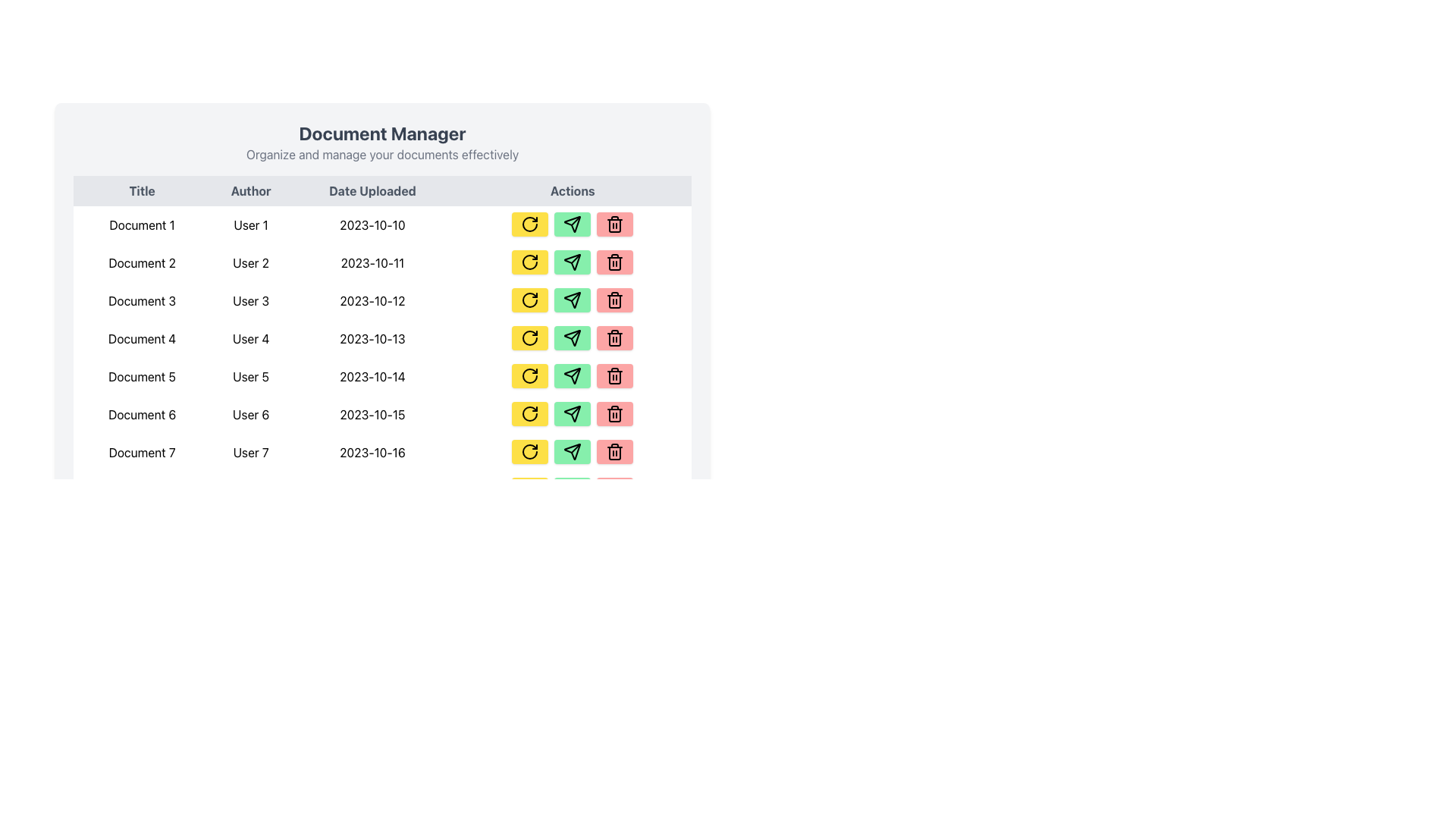  What do you see at coordinates (530, 300) in the screenshot?
I see `the yellow button in the third row under the 'Actions' column` at bounding box center [530, 300].